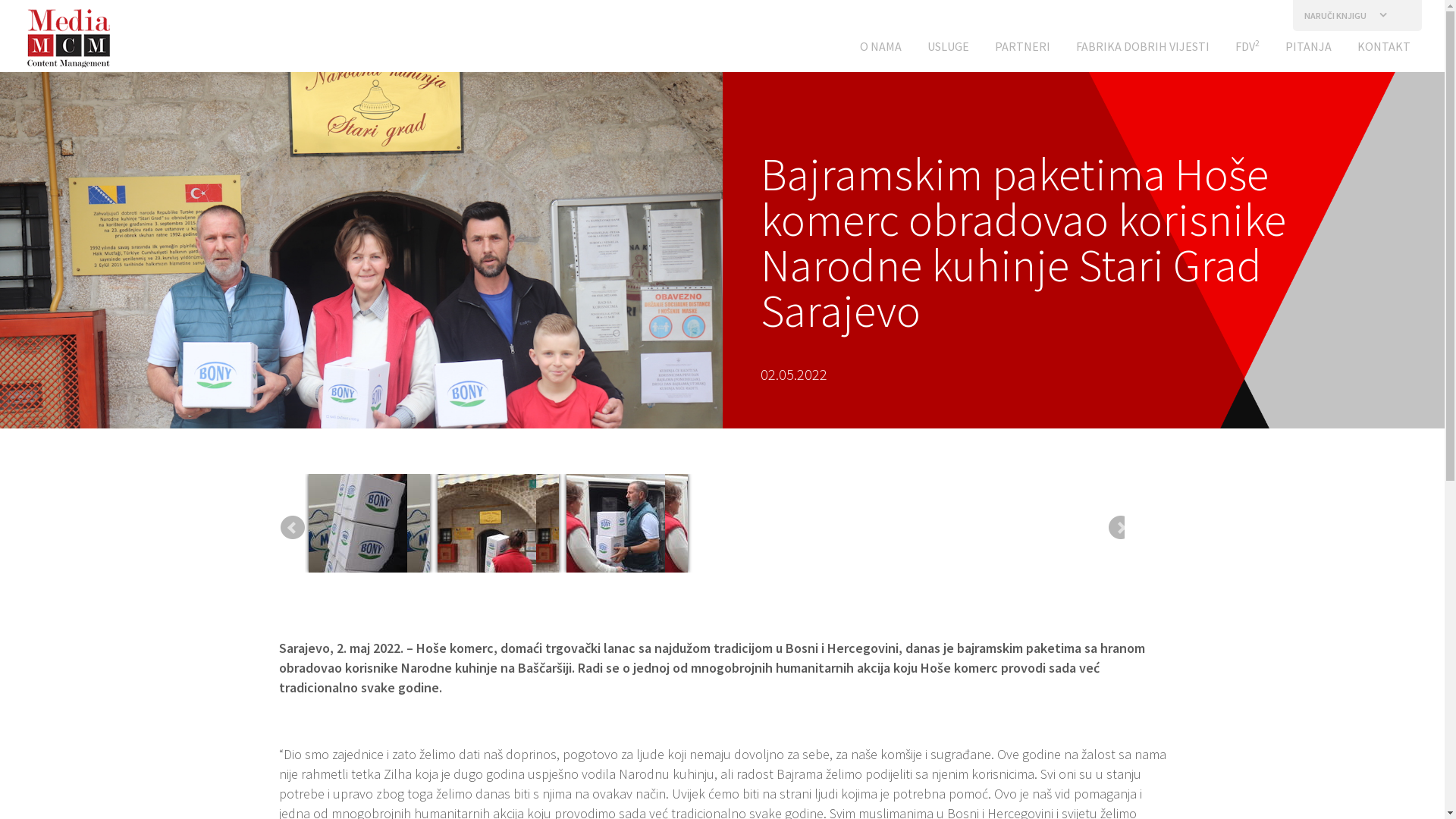  Describe the element at coordinates (947, 49) in the screenshot. I see `'USLUGE'` at that location.